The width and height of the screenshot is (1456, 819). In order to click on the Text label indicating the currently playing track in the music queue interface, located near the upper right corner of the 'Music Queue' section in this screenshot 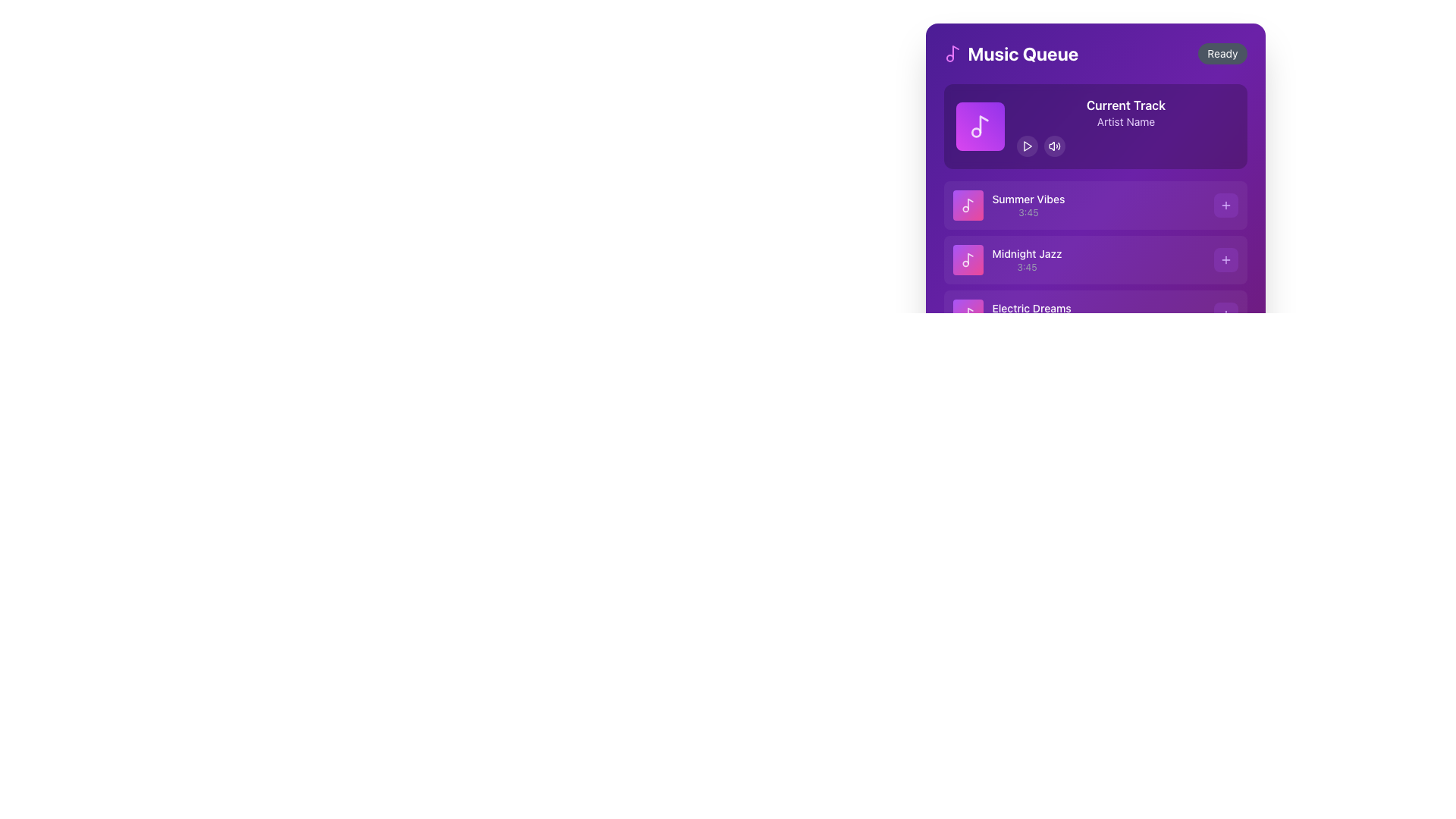, I will do `click(1125, 104)`.